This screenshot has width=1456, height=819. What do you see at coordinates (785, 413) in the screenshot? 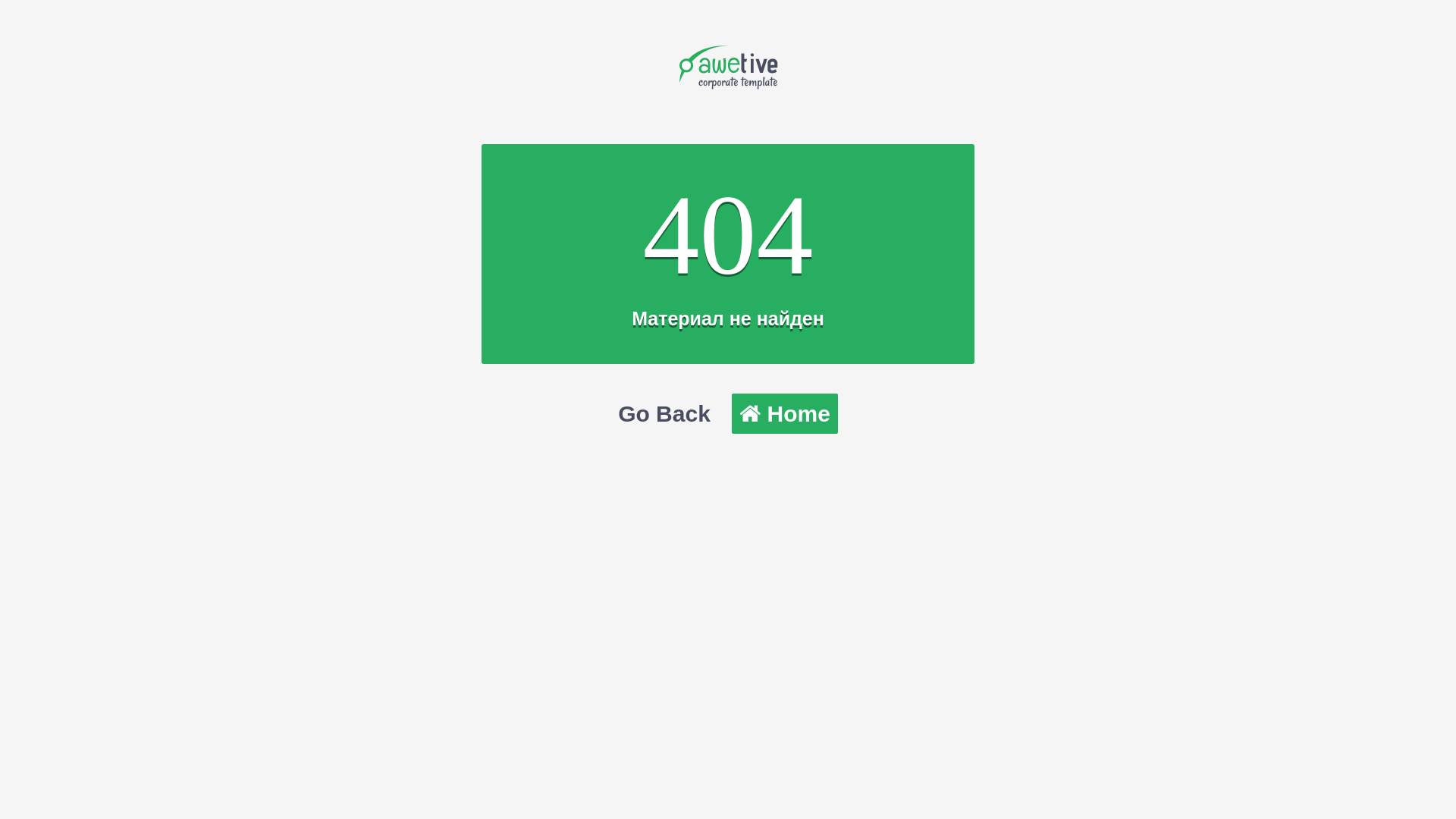
I see `'Home'` at bounding box center [785, 413].